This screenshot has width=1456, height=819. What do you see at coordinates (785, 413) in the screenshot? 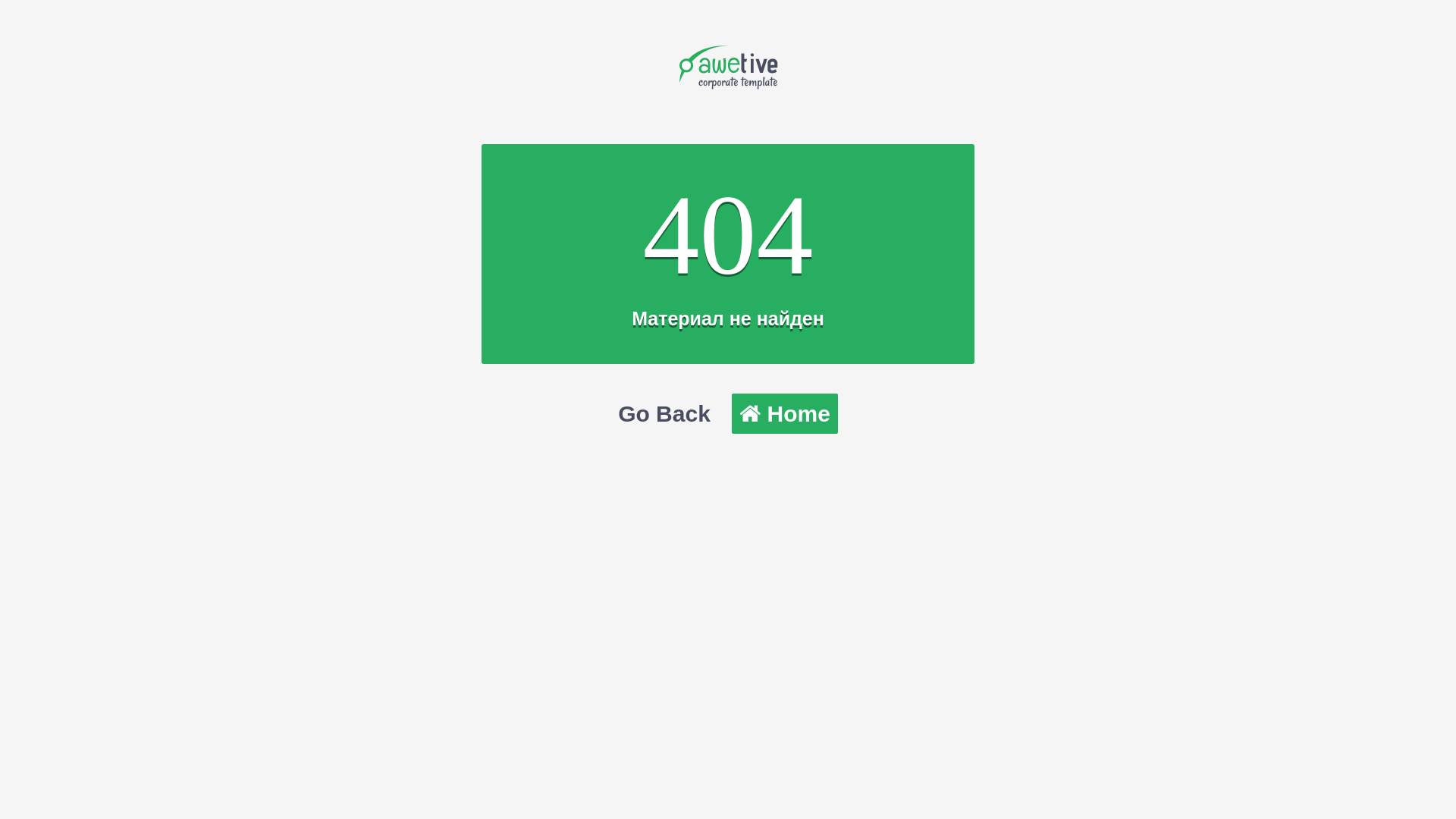
I see `'Home'` at bounding box center [785, 413].